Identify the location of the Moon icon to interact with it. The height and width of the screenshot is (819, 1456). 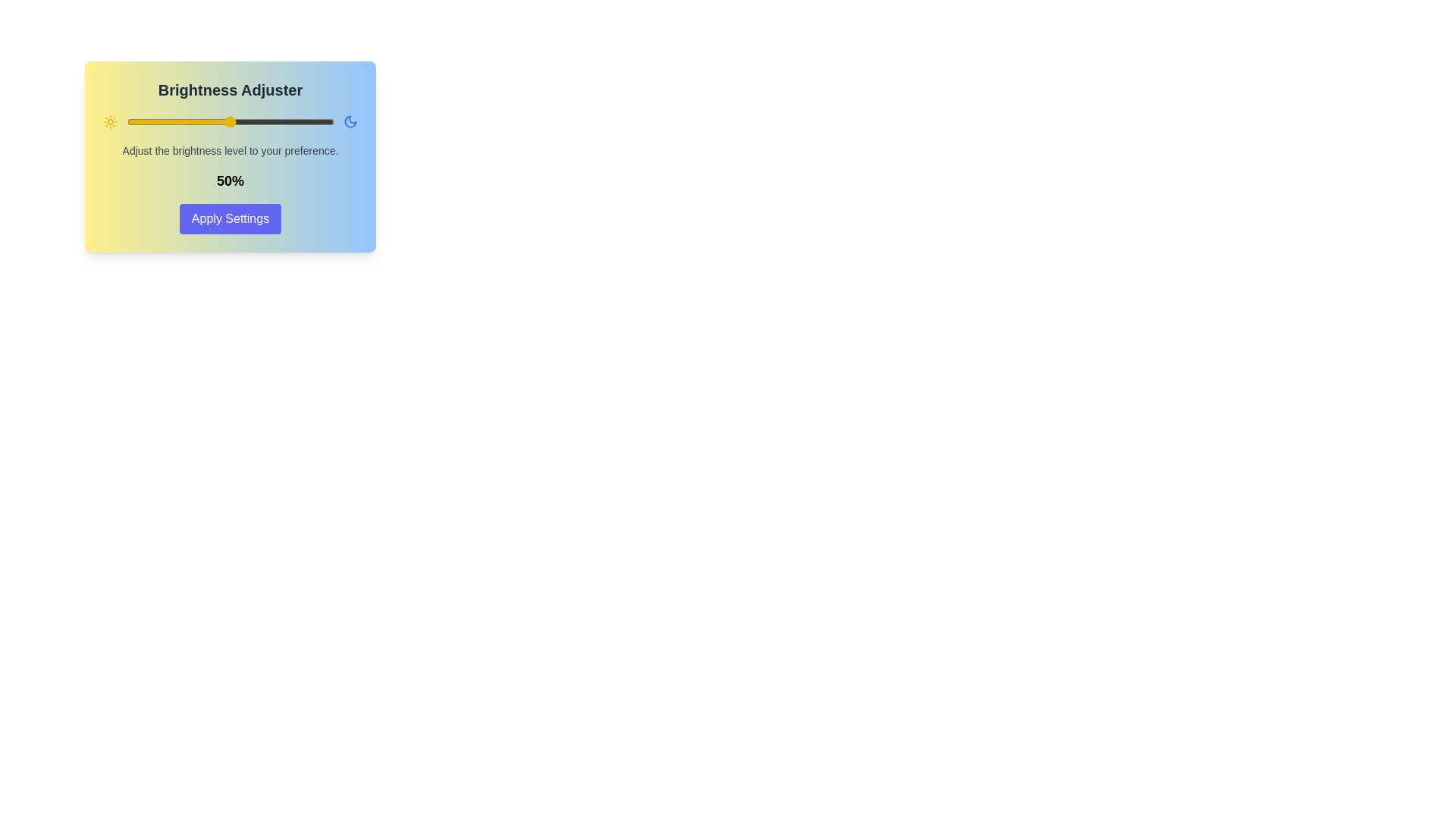
(350, 121).